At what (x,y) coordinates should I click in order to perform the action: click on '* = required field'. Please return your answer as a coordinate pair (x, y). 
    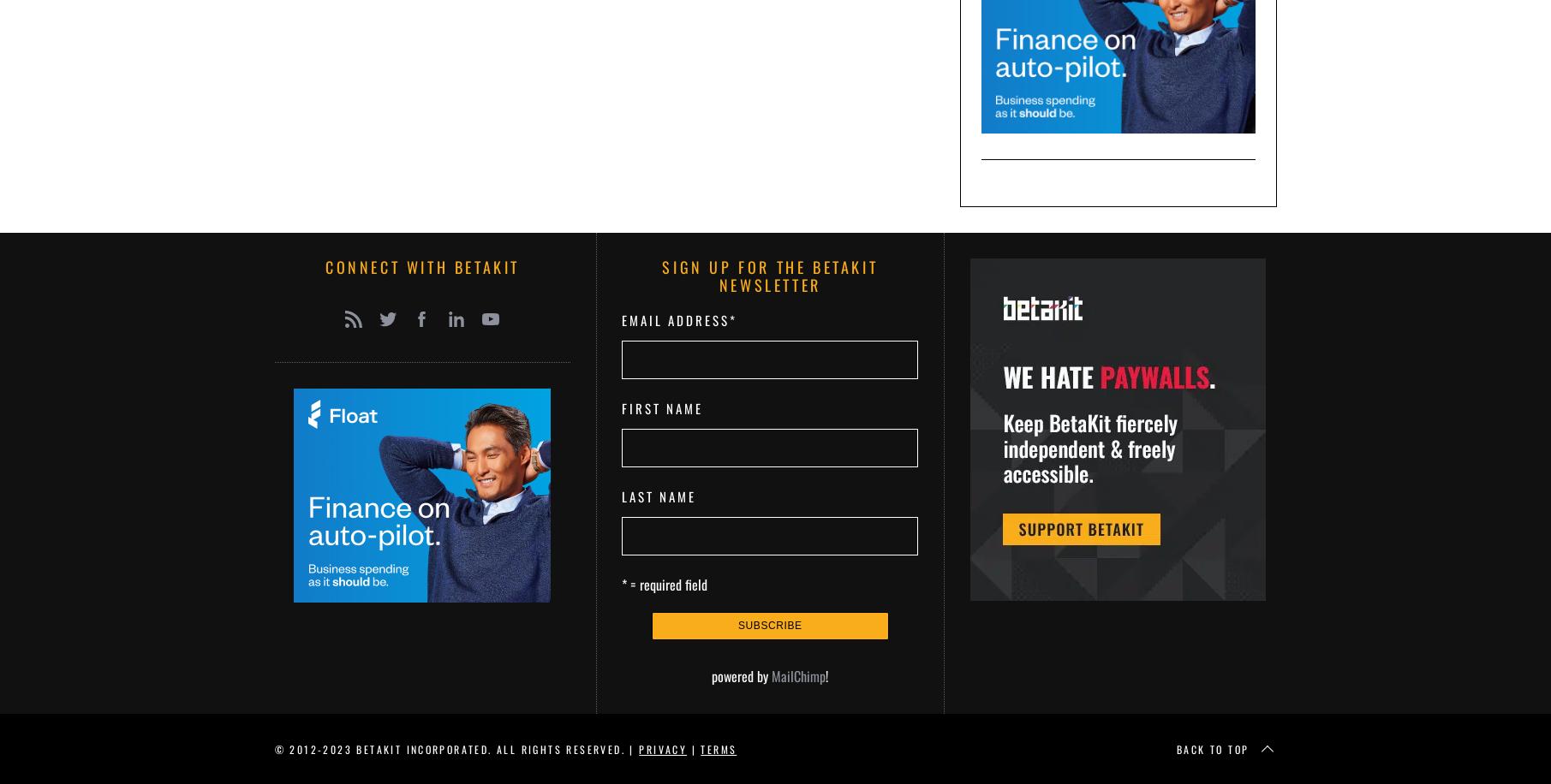
    Looking at the image, I should click on (664, 582).